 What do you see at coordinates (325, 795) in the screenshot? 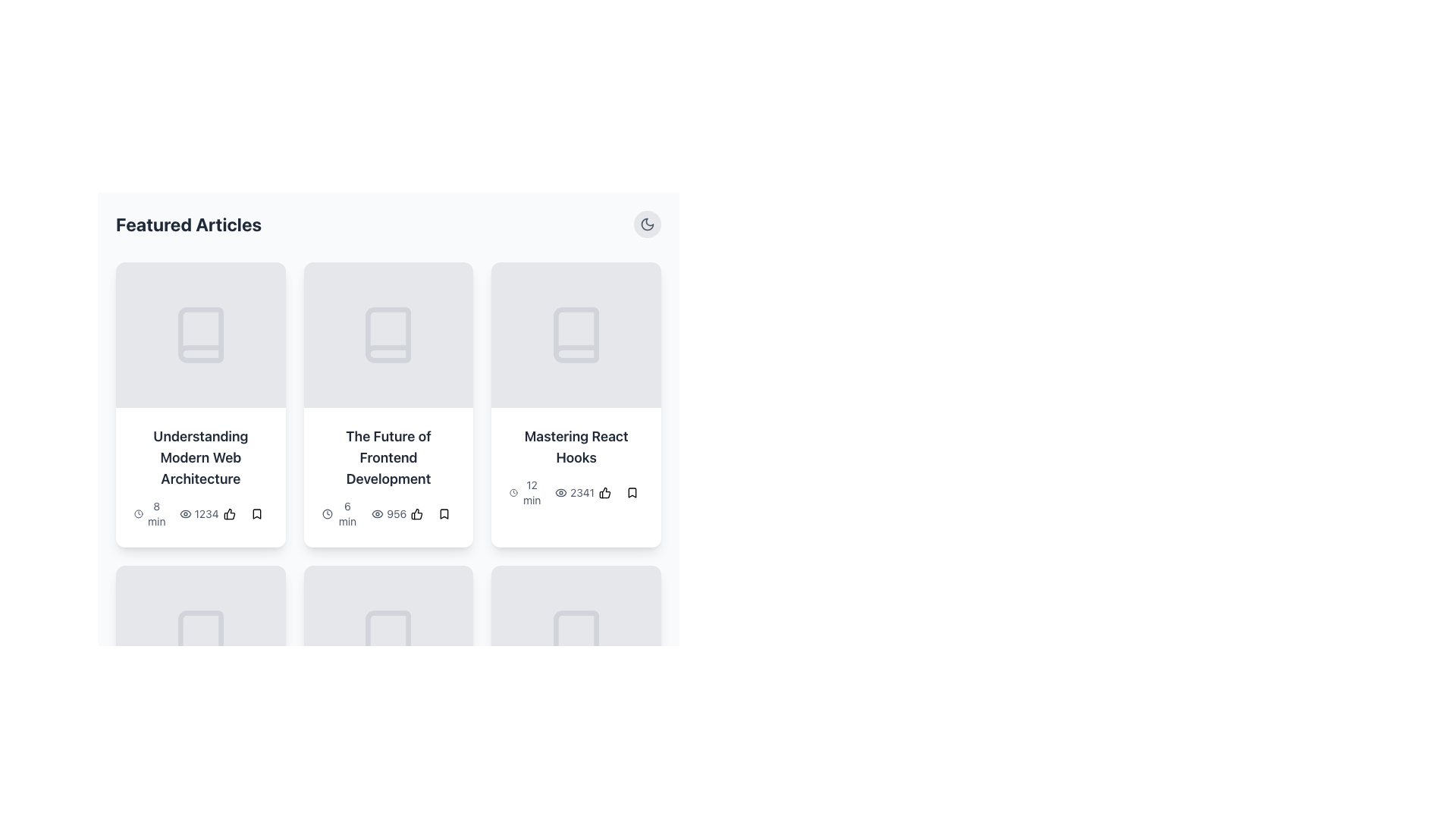
I see `the clock icon which is styled with circular boundaries and positioned before the '15 min' text in the third card of the 'Featured Articles' section` at bounding box center [325, 795].